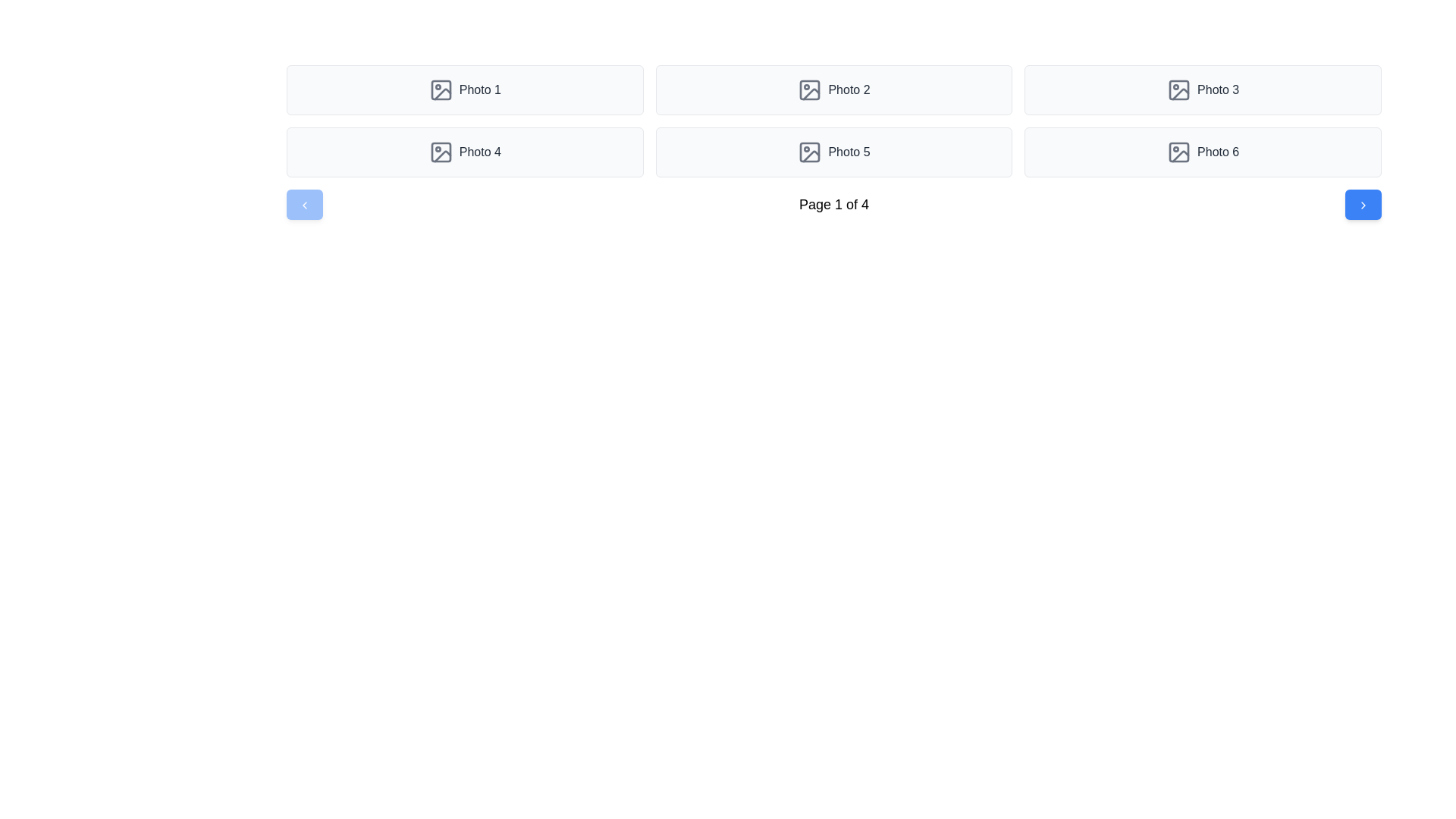  I want to click on the Card or tile component representing 'Photo 4', which is located in the 3-column grid layout, first position in the second row, so click(464, 152).